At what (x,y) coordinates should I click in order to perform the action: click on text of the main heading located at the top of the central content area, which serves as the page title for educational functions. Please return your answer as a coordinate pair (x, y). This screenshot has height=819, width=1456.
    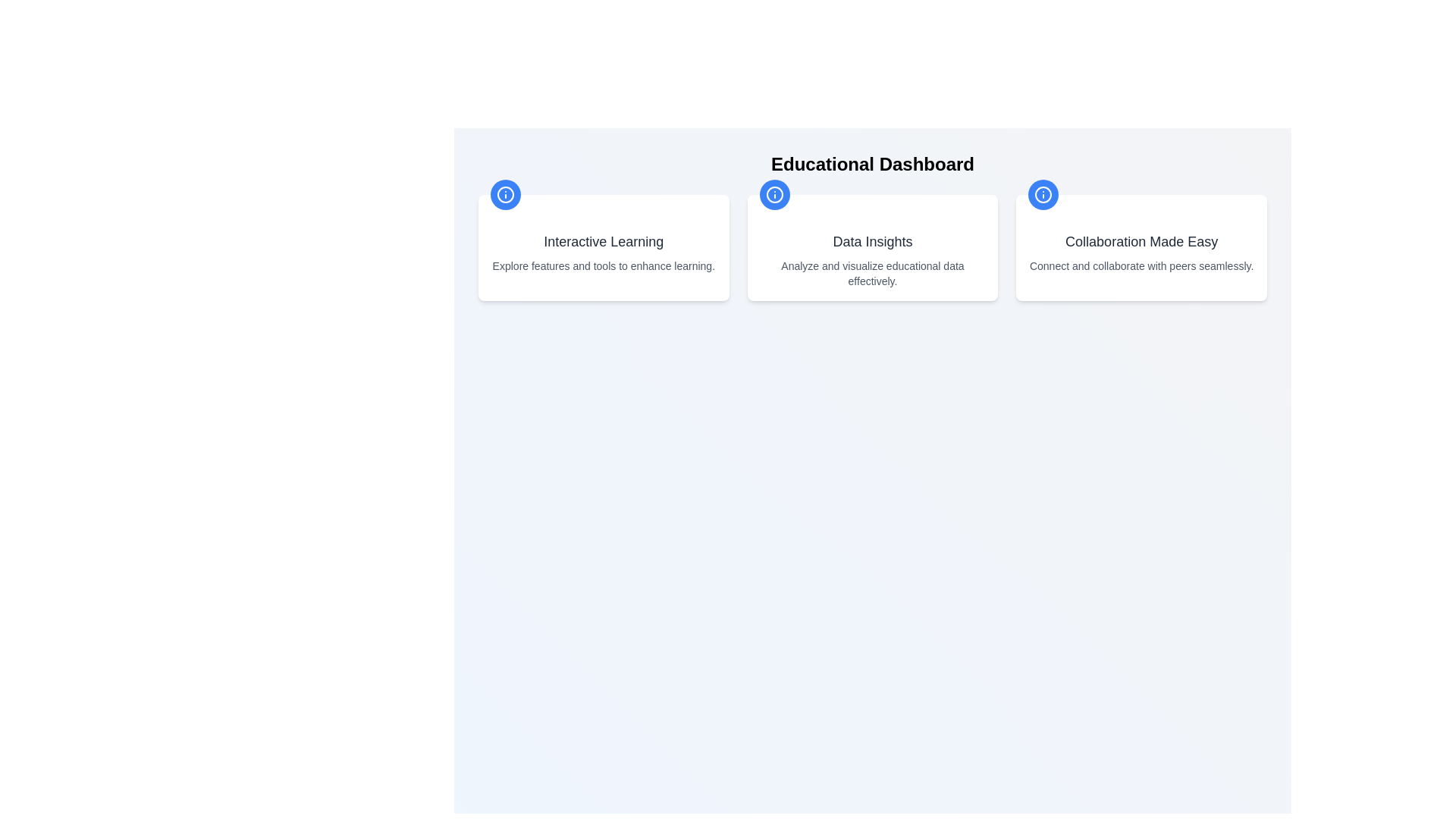
    Looking at the image, I should click on (873, 164).